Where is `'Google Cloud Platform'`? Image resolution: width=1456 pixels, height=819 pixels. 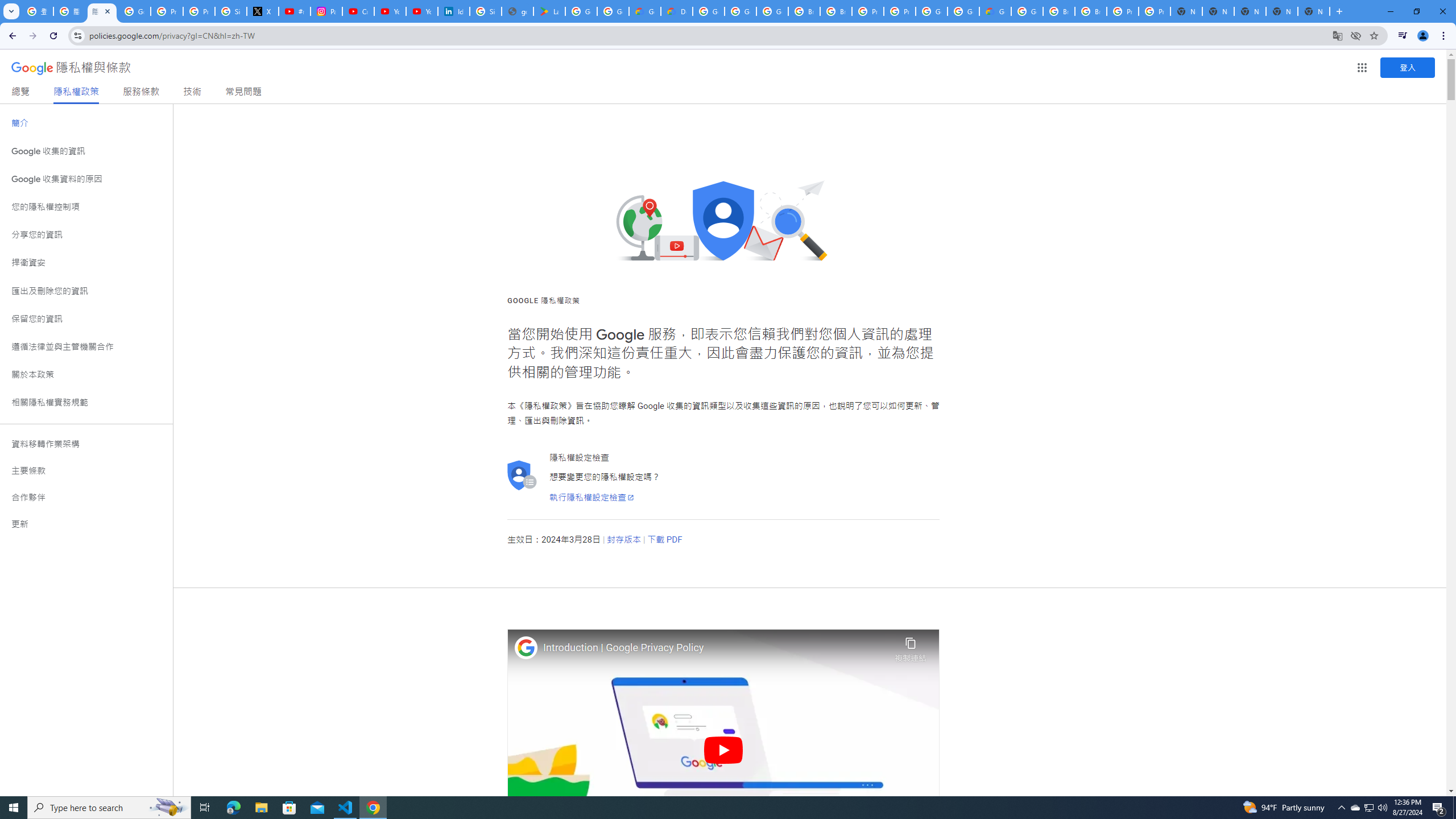
'Google Cloud Platform' is located at coordinates (962, 11).